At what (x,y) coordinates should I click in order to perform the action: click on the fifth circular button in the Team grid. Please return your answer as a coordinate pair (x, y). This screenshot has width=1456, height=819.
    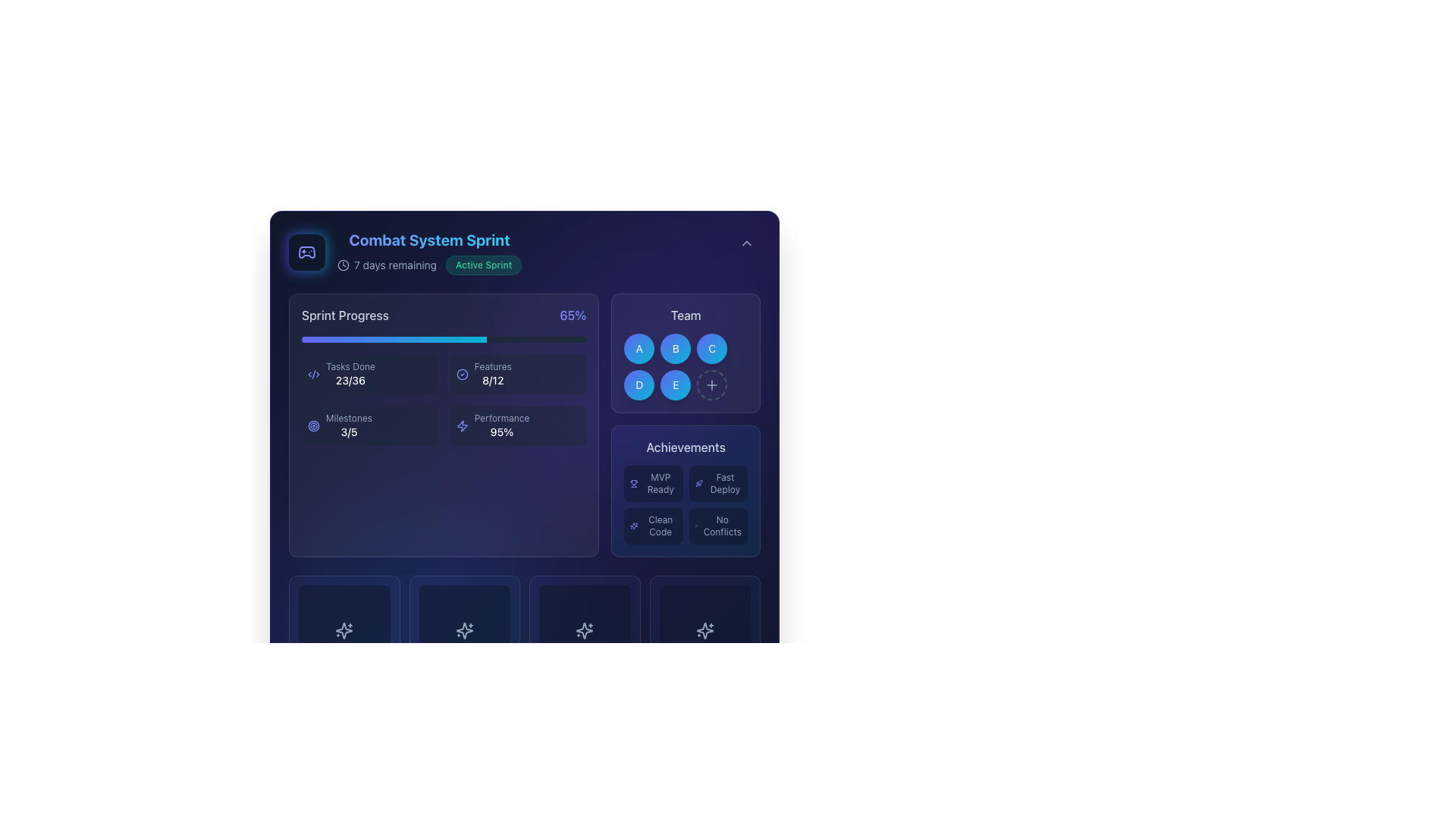
    Looking at the image, I should click on (685, 366).